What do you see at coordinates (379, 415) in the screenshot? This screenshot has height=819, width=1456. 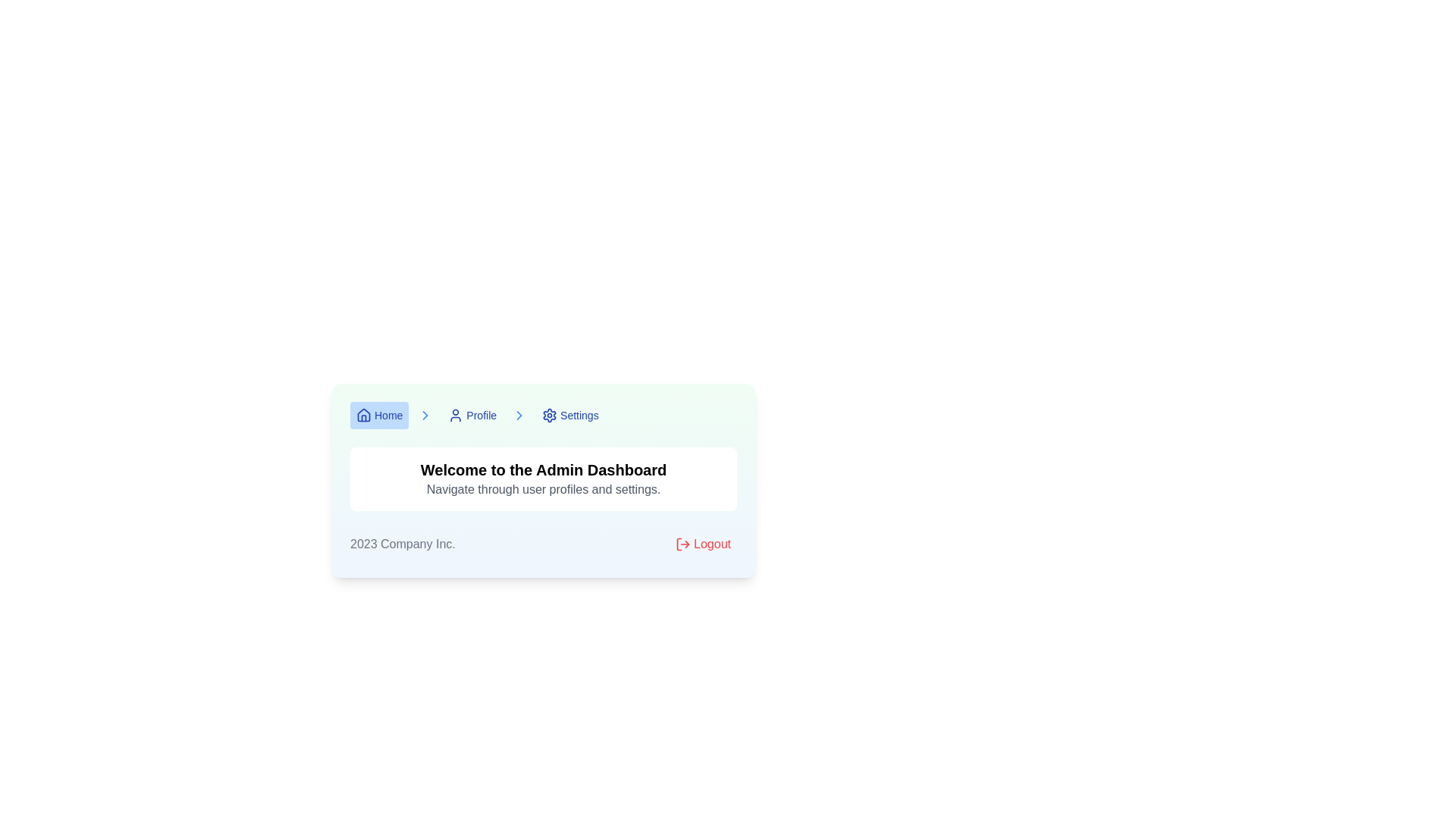 I see `the 'Home' button with a house icon in the upper left corner of the navigation bar` at bounding box center [379, 415].